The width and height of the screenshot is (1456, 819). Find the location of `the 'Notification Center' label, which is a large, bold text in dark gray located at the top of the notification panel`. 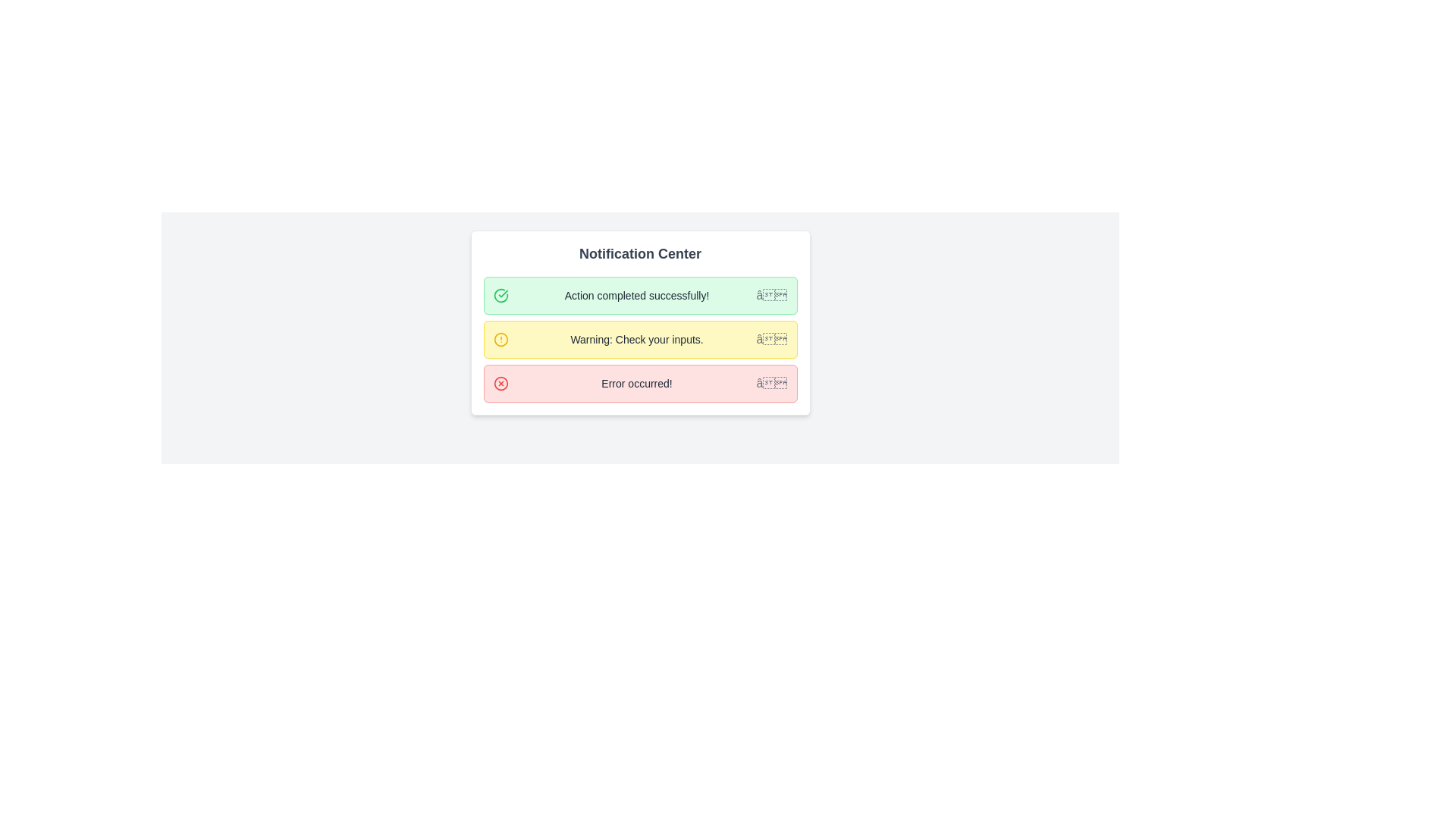

the 'Notification Center' label, which is a large, bold text in dark gray located at the top of the notification panel is located at coordinates (640, 253).